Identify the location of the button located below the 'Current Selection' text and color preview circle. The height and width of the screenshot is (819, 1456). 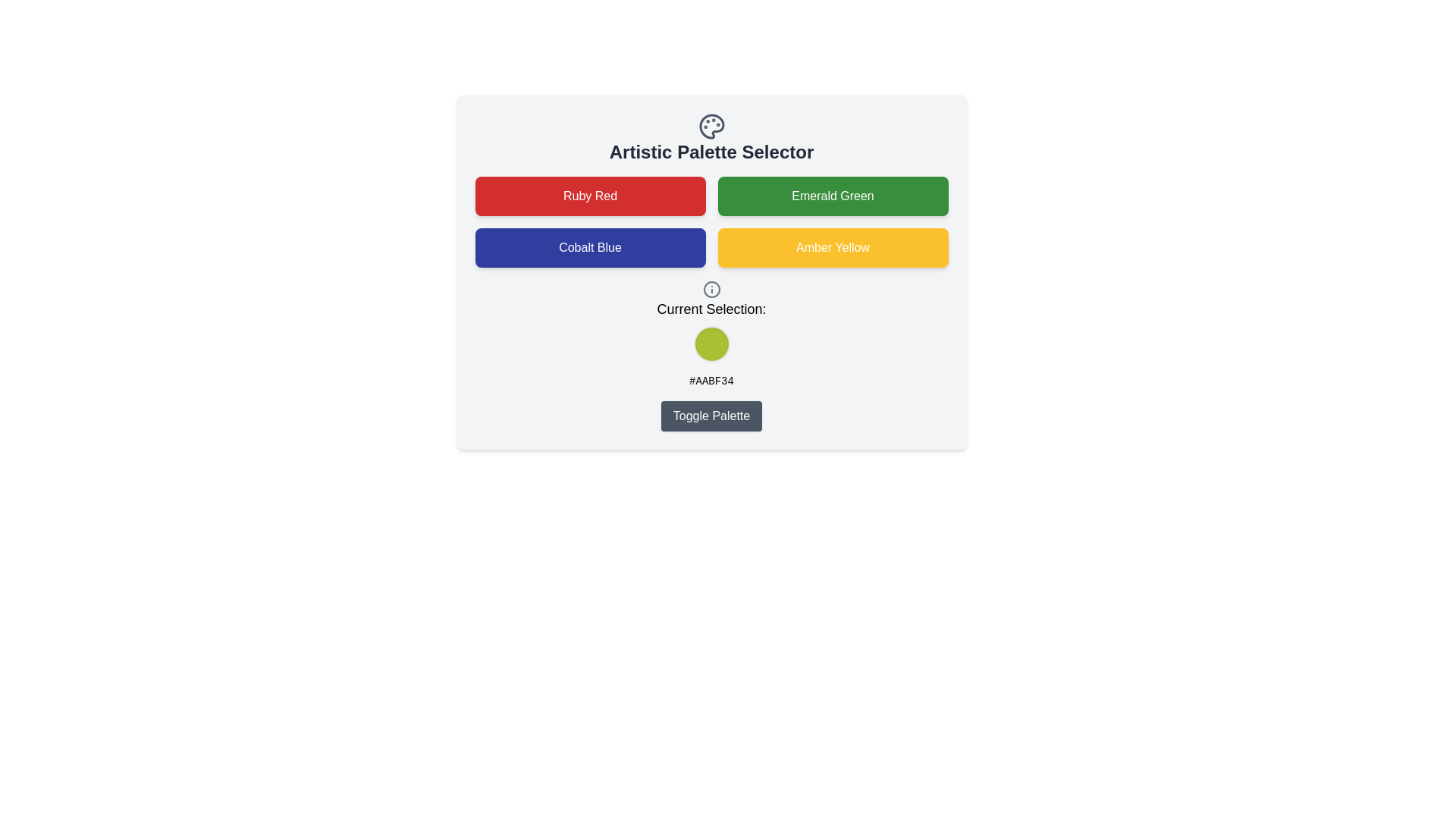
(711, 416).